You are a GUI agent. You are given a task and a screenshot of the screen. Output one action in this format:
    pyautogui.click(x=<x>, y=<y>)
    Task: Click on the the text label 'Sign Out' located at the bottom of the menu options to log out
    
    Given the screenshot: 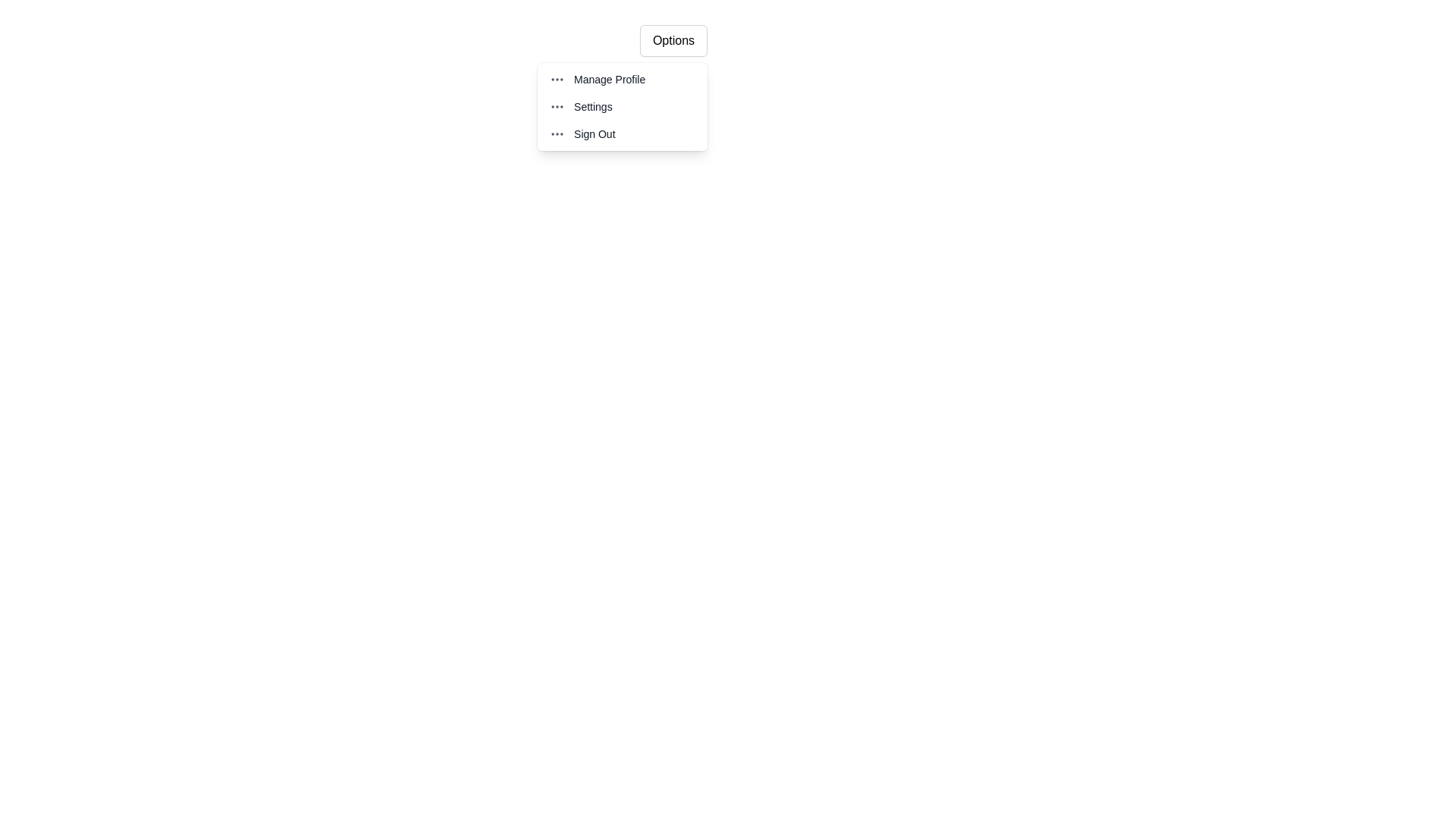 What is the action you would take?
    pyautogui.click(x=593, y=133)
    